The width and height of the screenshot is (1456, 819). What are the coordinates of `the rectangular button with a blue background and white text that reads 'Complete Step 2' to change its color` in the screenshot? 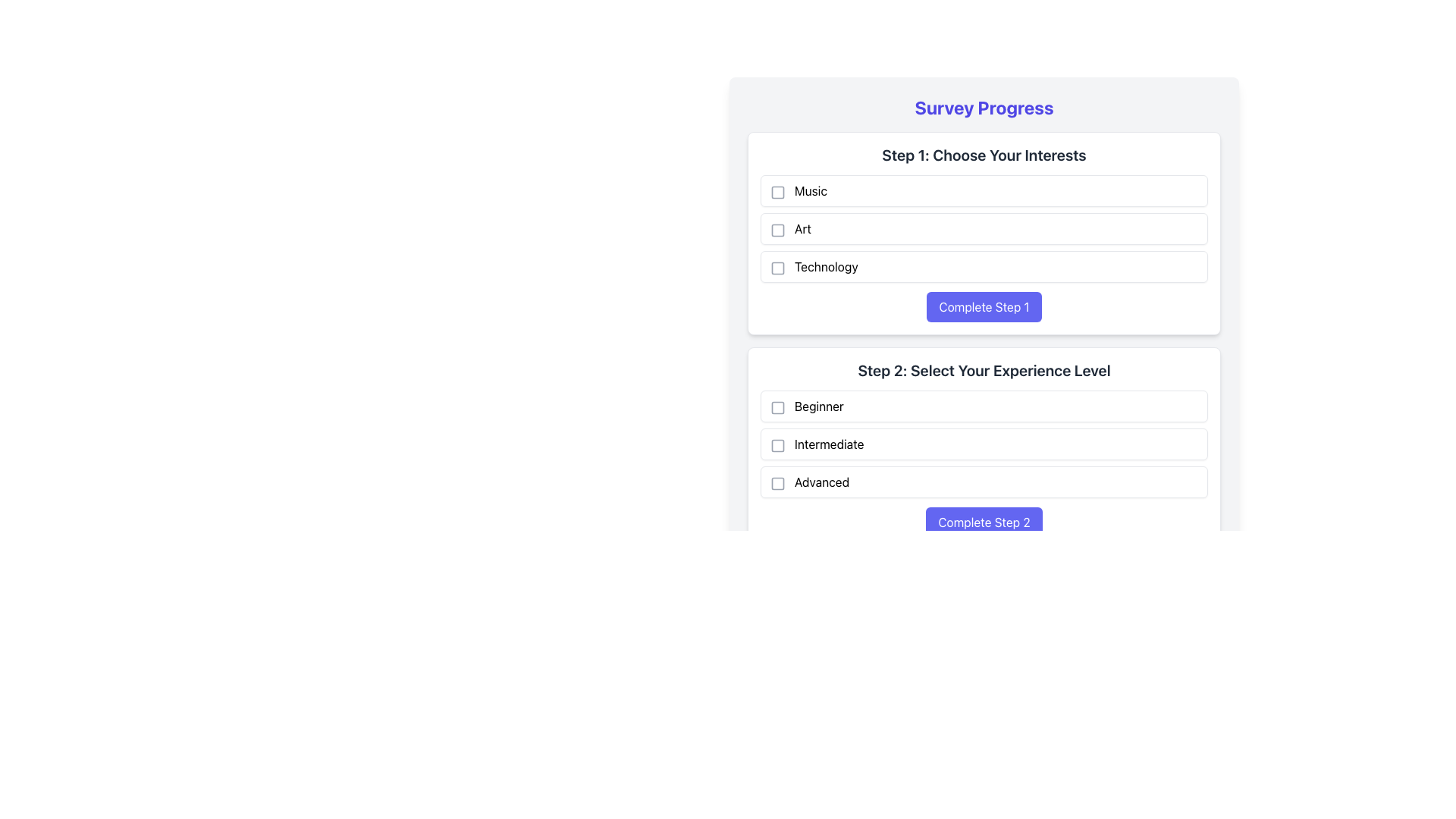 It's located at (984, 522).